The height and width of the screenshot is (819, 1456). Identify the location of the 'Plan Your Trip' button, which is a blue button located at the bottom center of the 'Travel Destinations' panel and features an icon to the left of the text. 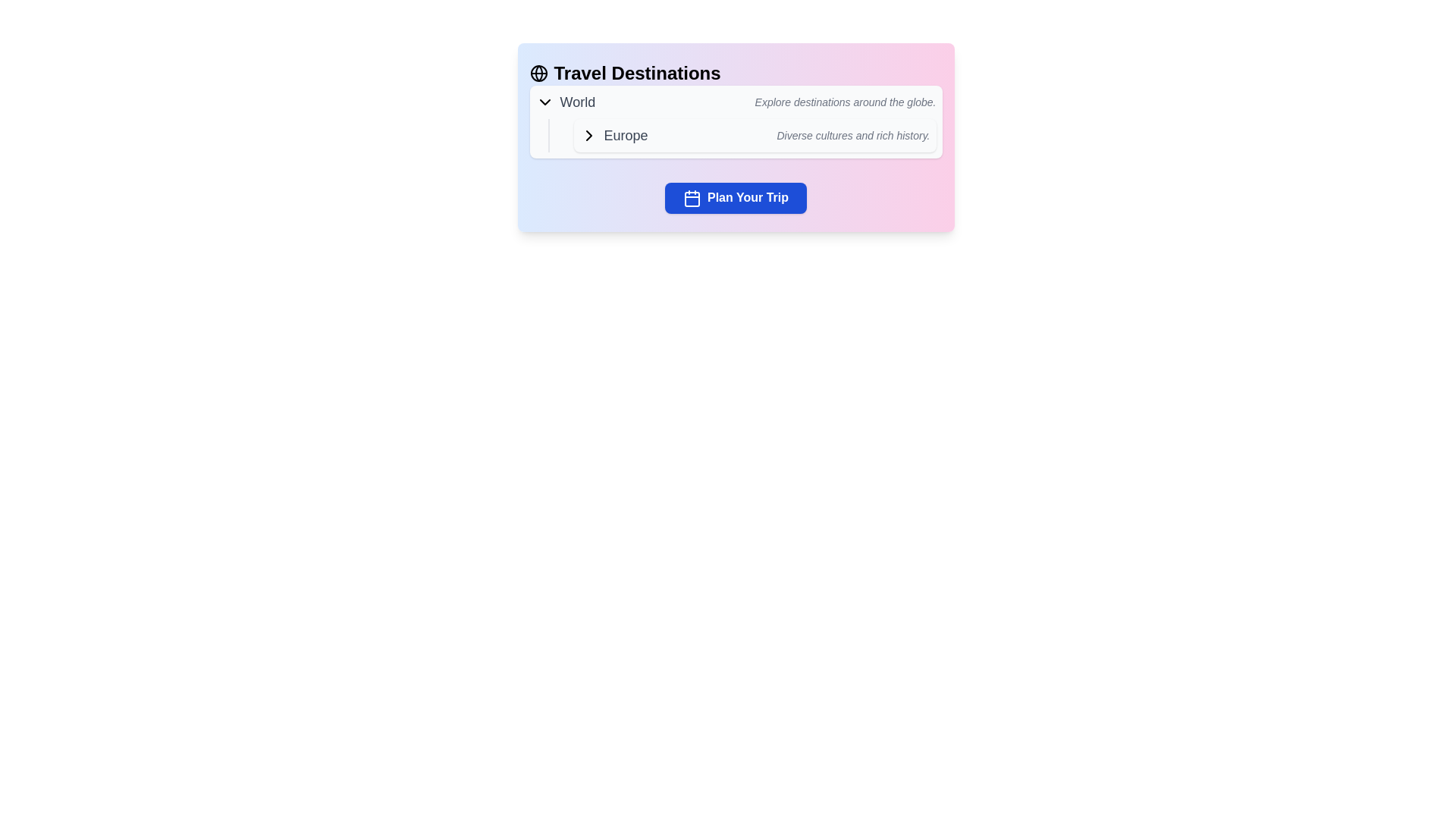
(691, 197).